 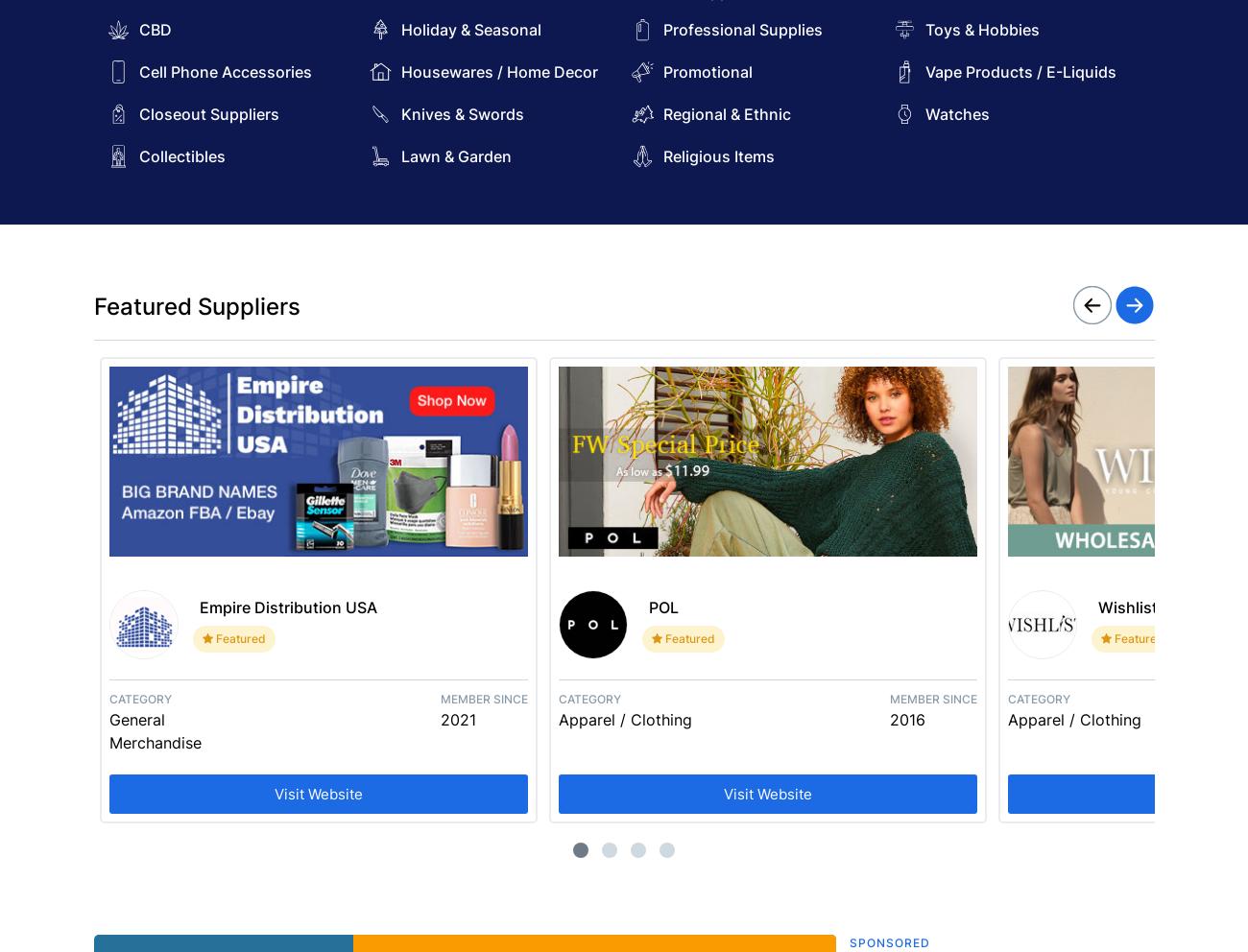 I want to click on '2016', so click(x=906, y=717).